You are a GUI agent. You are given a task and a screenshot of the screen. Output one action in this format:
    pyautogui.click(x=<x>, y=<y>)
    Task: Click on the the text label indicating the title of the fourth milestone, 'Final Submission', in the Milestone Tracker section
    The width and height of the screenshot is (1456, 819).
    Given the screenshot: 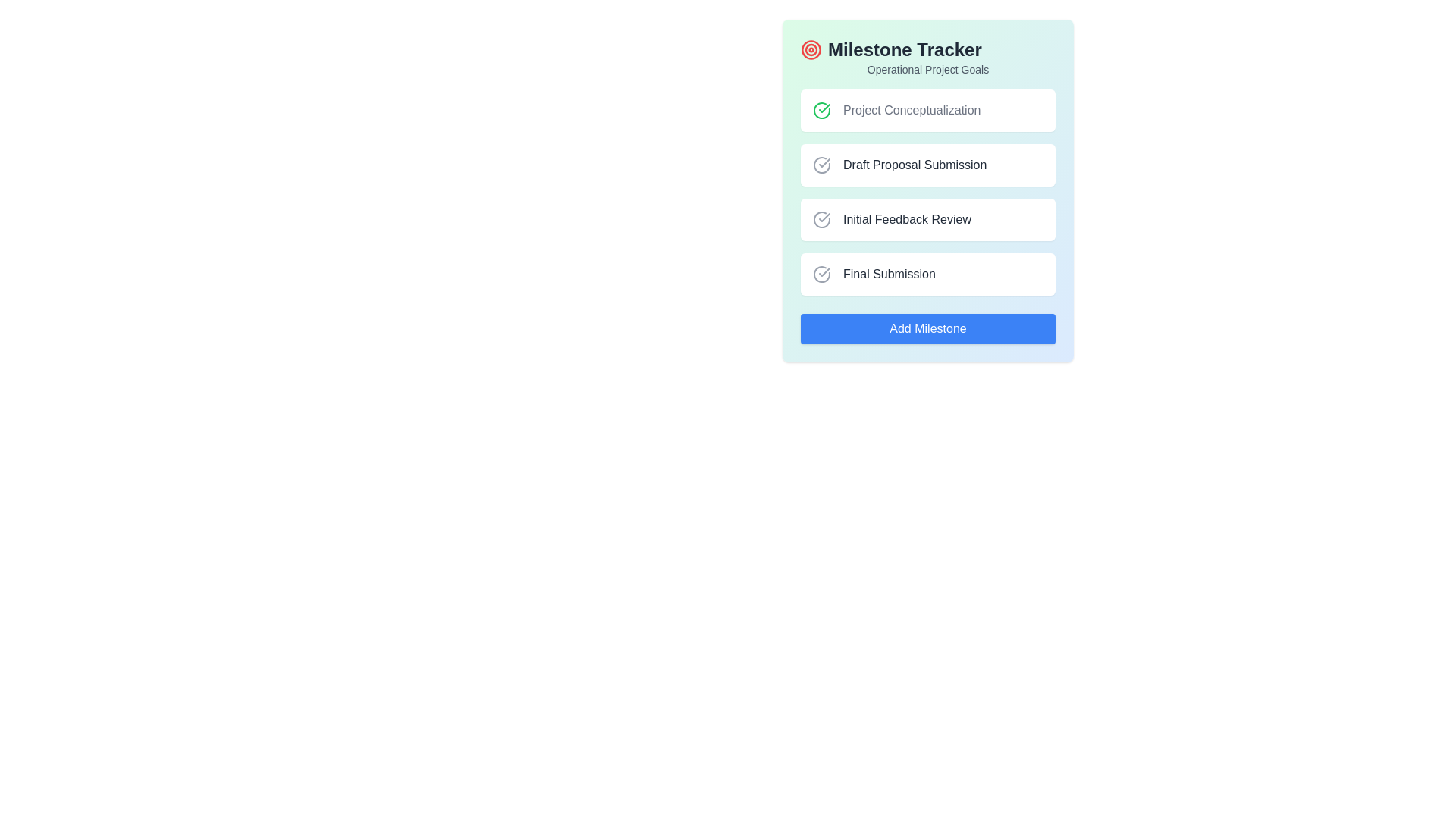 What is the action you would take?
    pyautogui.click(x=889, y=275)
    